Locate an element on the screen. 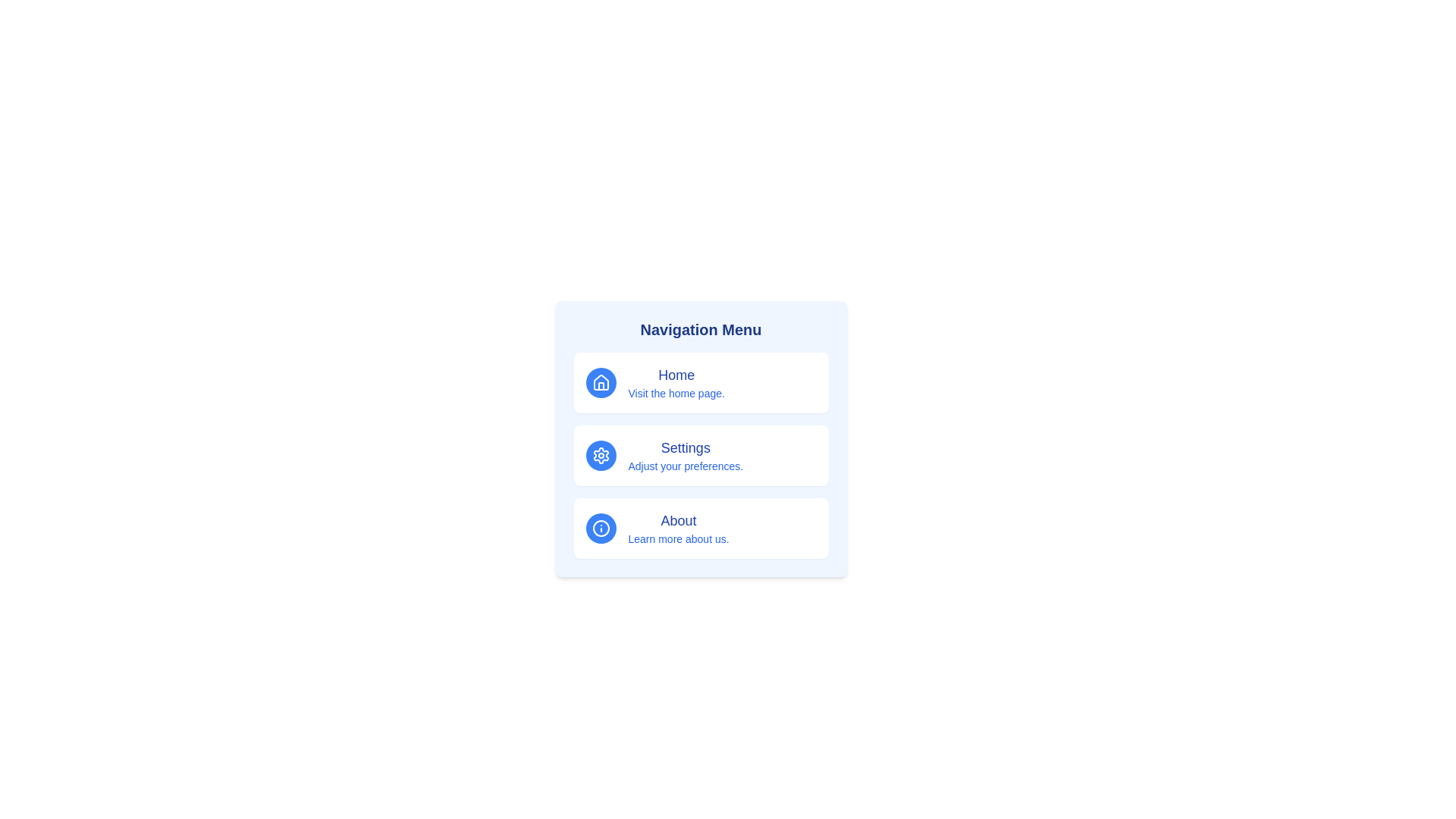 This screenshot has width=1456, height=819. the 'Settings' text label in the Navigation Menu, which indicates the section for adjusting preferences, located above the subtitle 'Adjust your preferences.' is located at coordinates (685, 447).